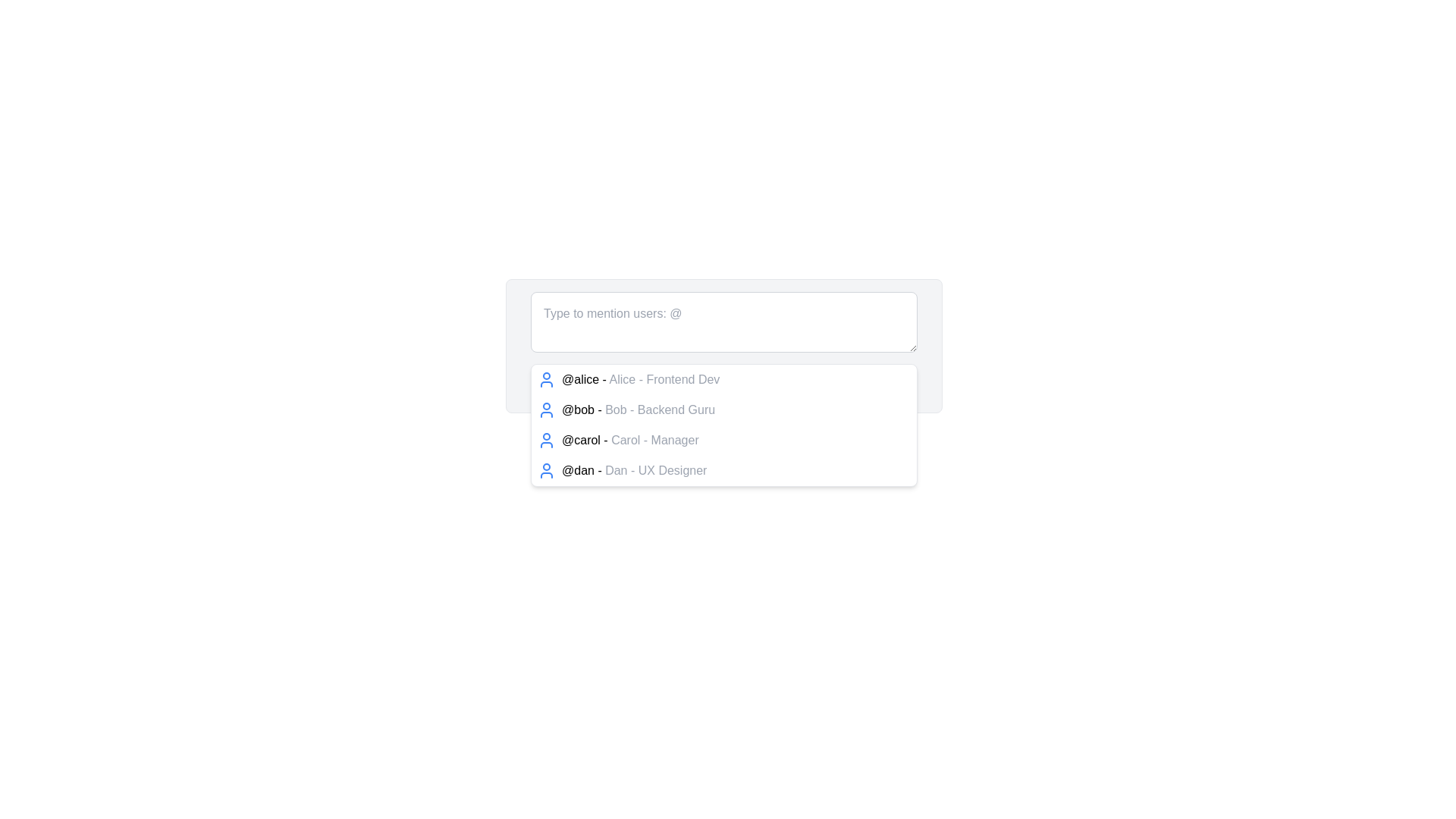  What do you see at coordinates (723, 324) in the screenshot?
I see `the text input field with a gray border and rounded corners that prompts 'Type to mention users: @' for further interaction` at bounding box center [723, 324].